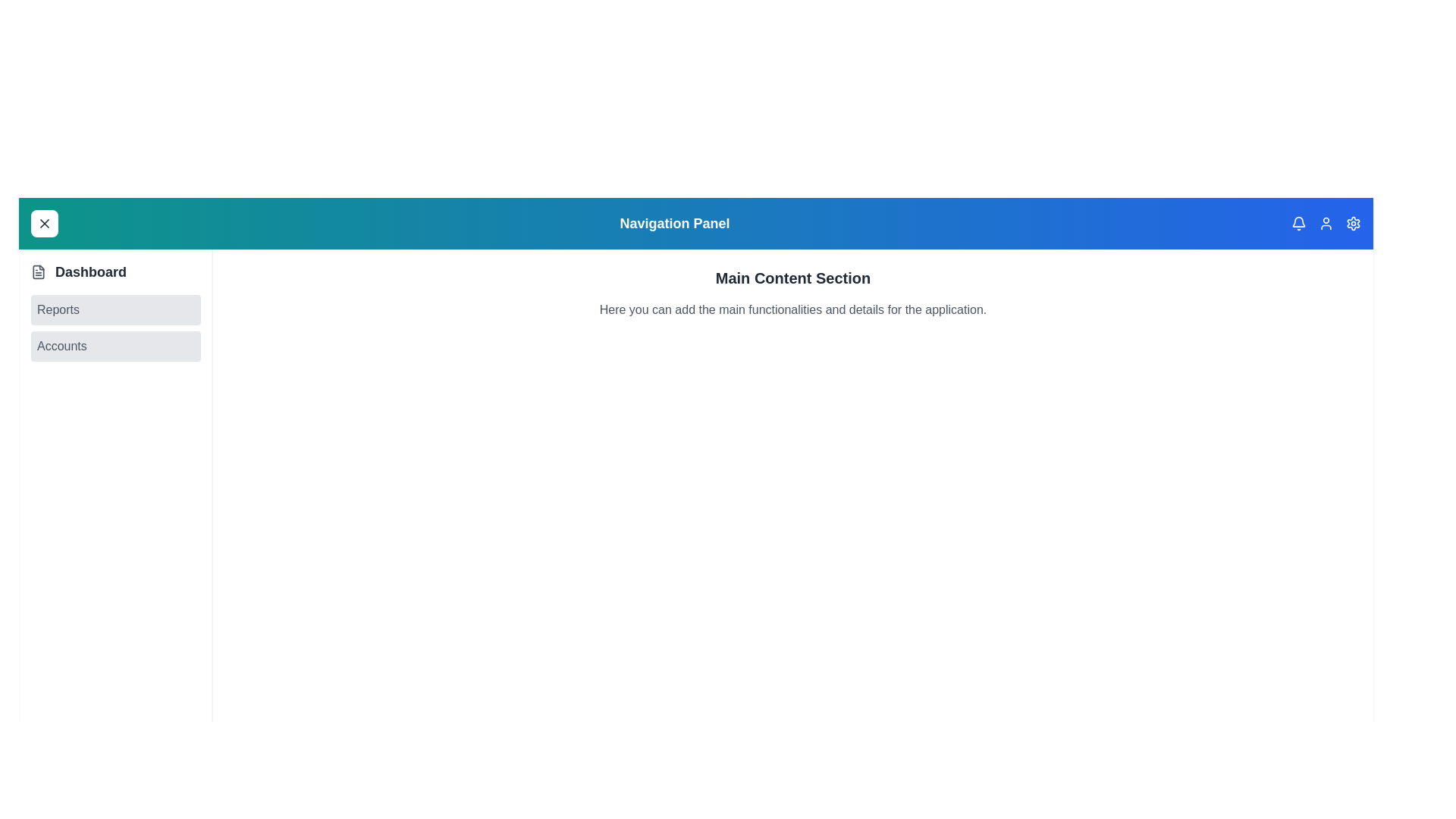  What do you see at coordinates (115, 271) in the screenshot?
I see `the first navigation menu item in the sidebar` at bounding box center [115, 271].